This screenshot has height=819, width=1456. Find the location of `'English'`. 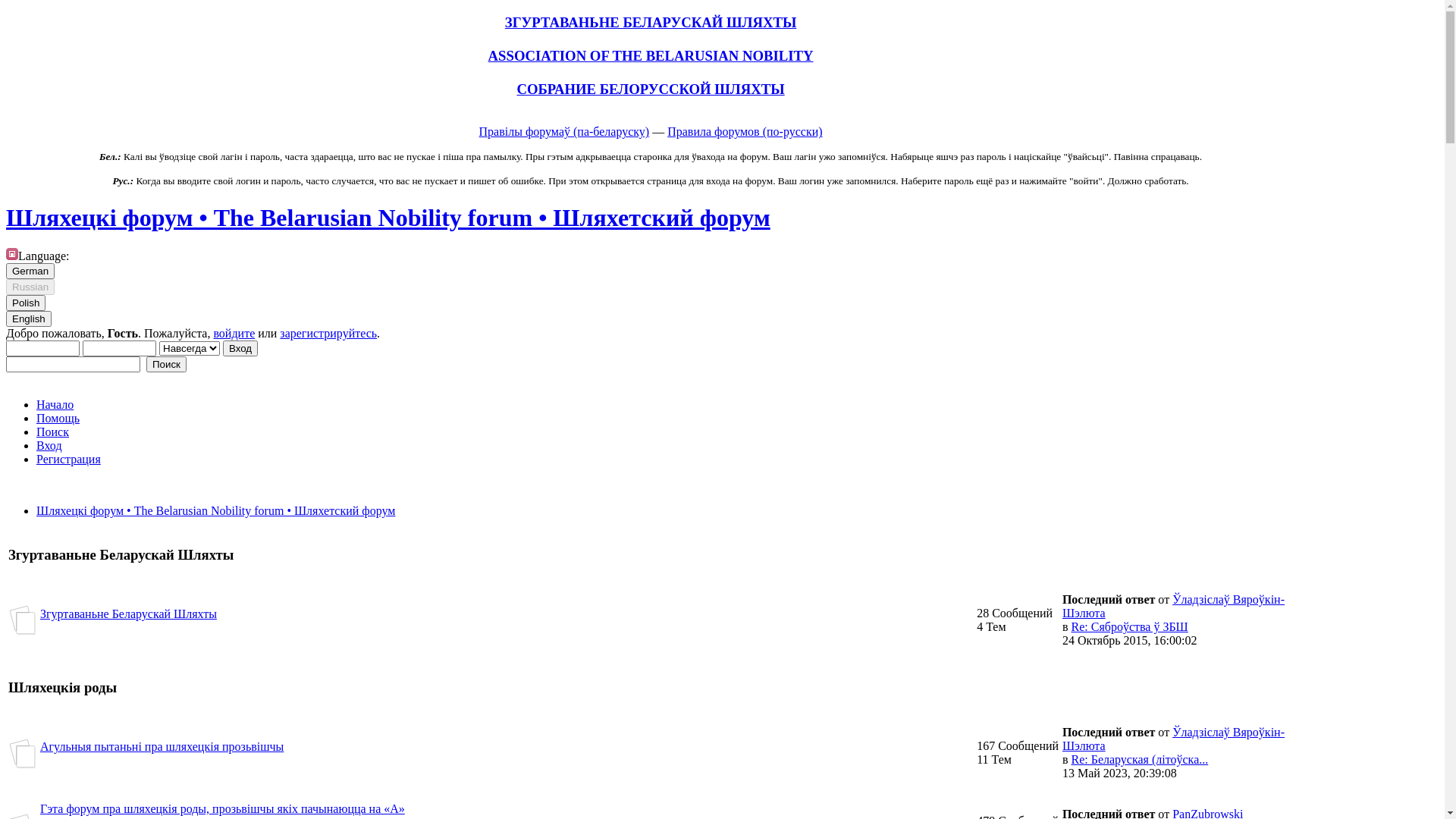

'English' is located at coordinates (29, 318).